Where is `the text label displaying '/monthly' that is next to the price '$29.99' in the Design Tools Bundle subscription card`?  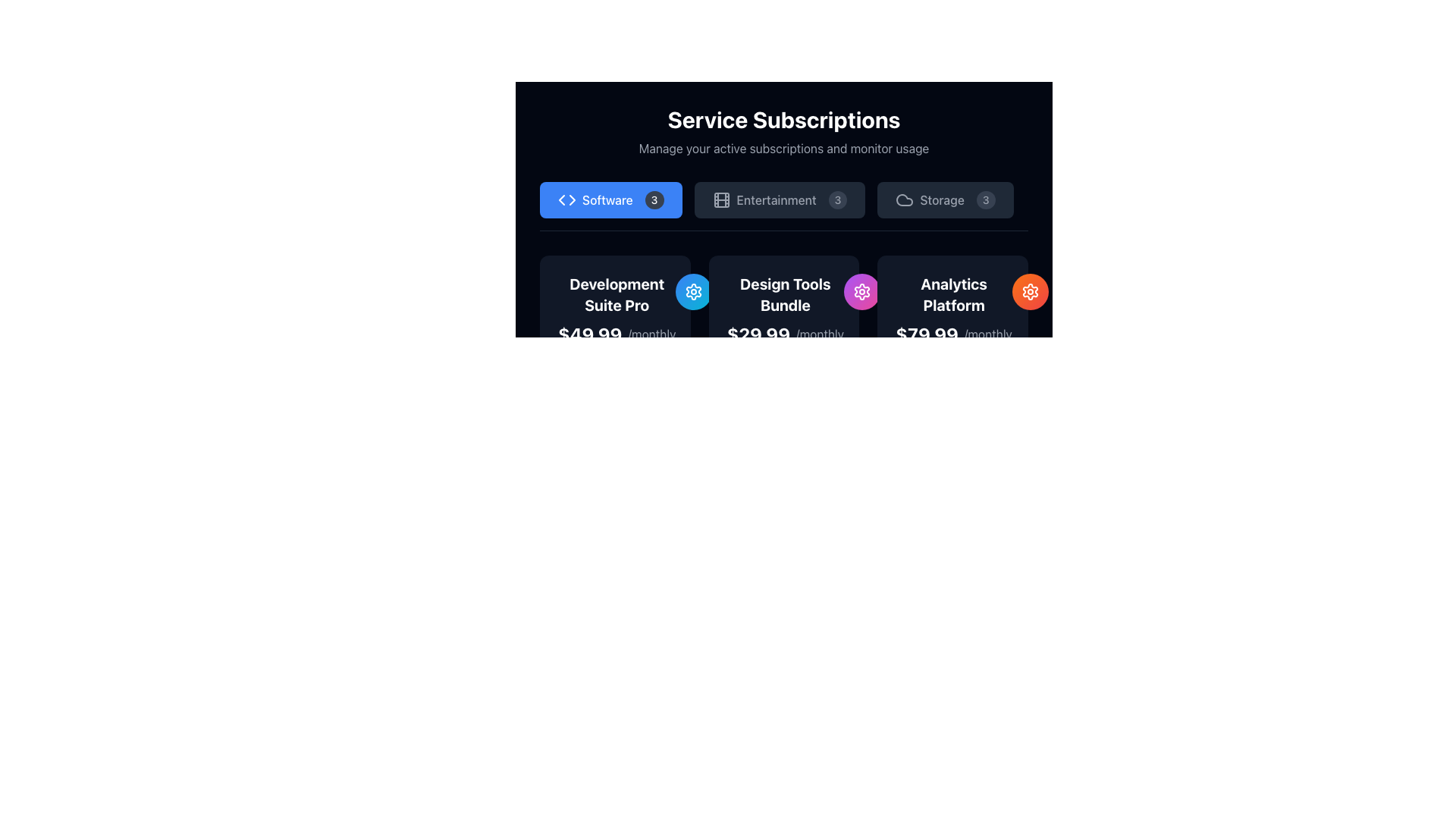
the text label displaying '/monthly' that is next to the price '$29.99' in the Design Tools Bundle subscription card is located at coordinates (819, 333).